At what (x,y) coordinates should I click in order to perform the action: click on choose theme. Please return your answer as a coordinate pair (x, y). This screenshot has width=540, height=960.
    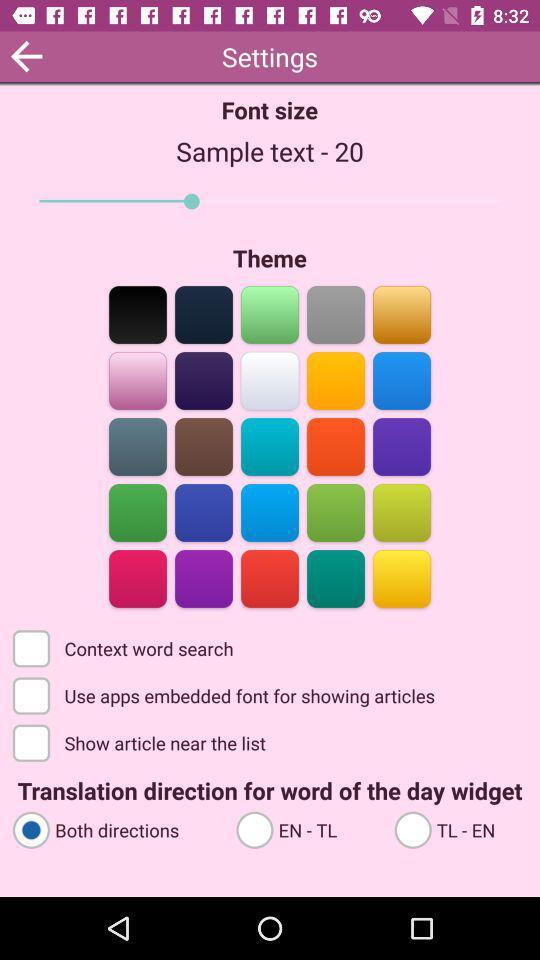
    Looking at the image, I should click on (137, 313).